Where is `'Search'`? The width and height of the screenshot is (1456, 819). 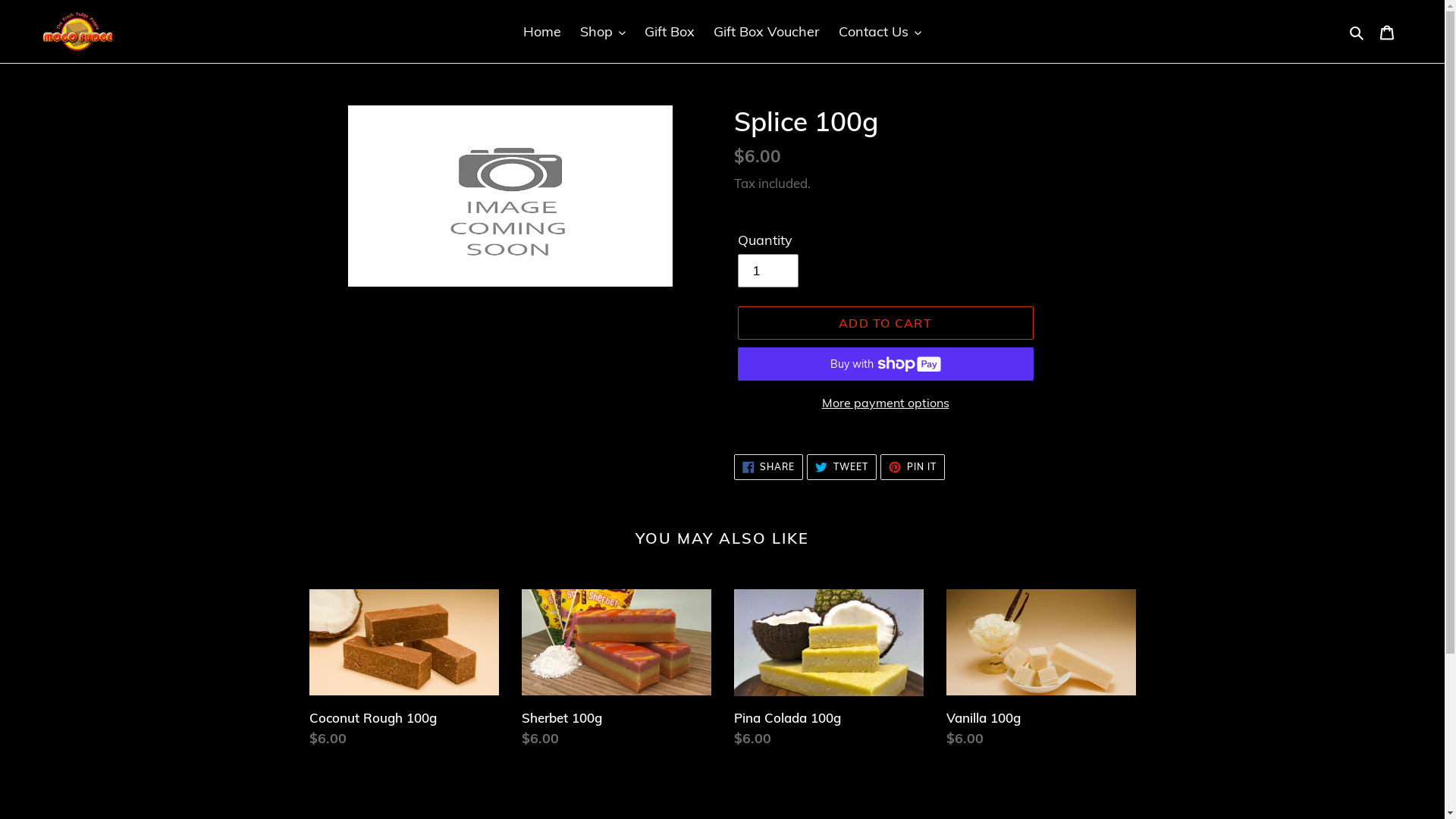 'Search' is located at coordinates (1357, 31).